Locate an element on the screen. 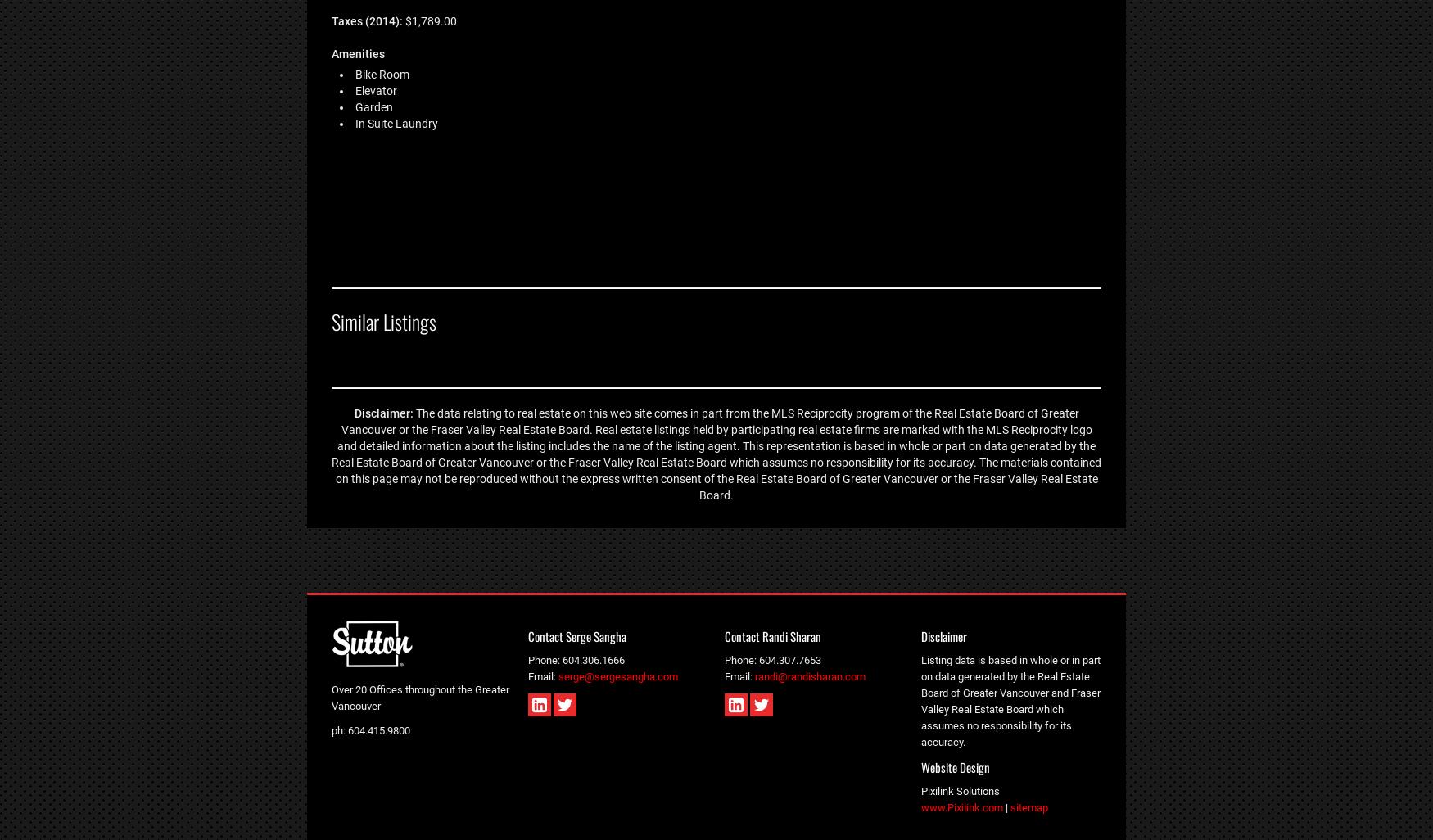  'Phone: 604.306.1666' is located at coordinates (576, 659).